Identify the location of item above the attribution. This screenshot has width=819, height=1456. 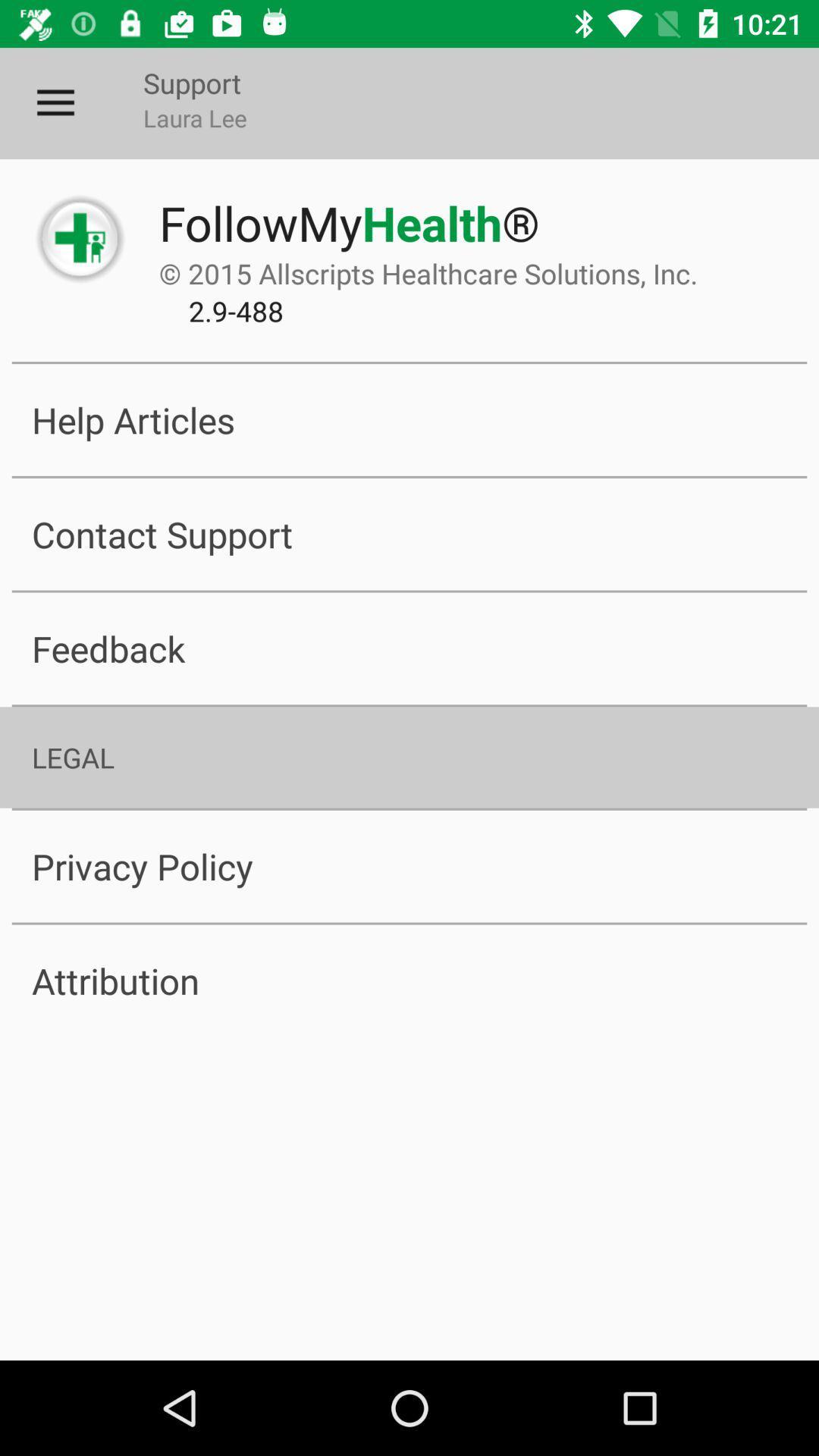
(409, 866).